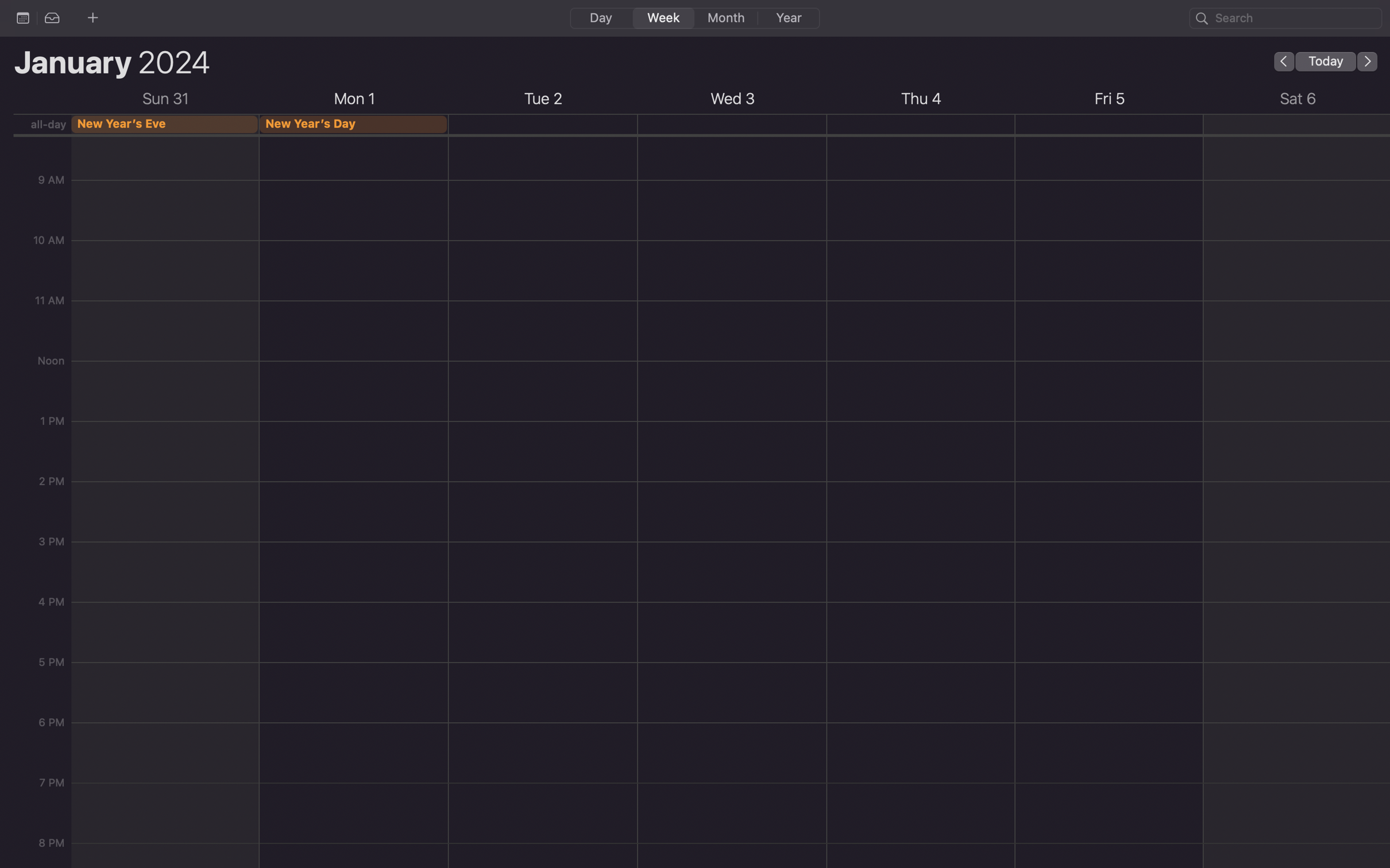 Image resolution: width=1390 pixels, height=868 pixels. Describe the element at coordinates (734, 741) in the screenshot. I see `Create an event for 6 pm on Wednesday` at that location.